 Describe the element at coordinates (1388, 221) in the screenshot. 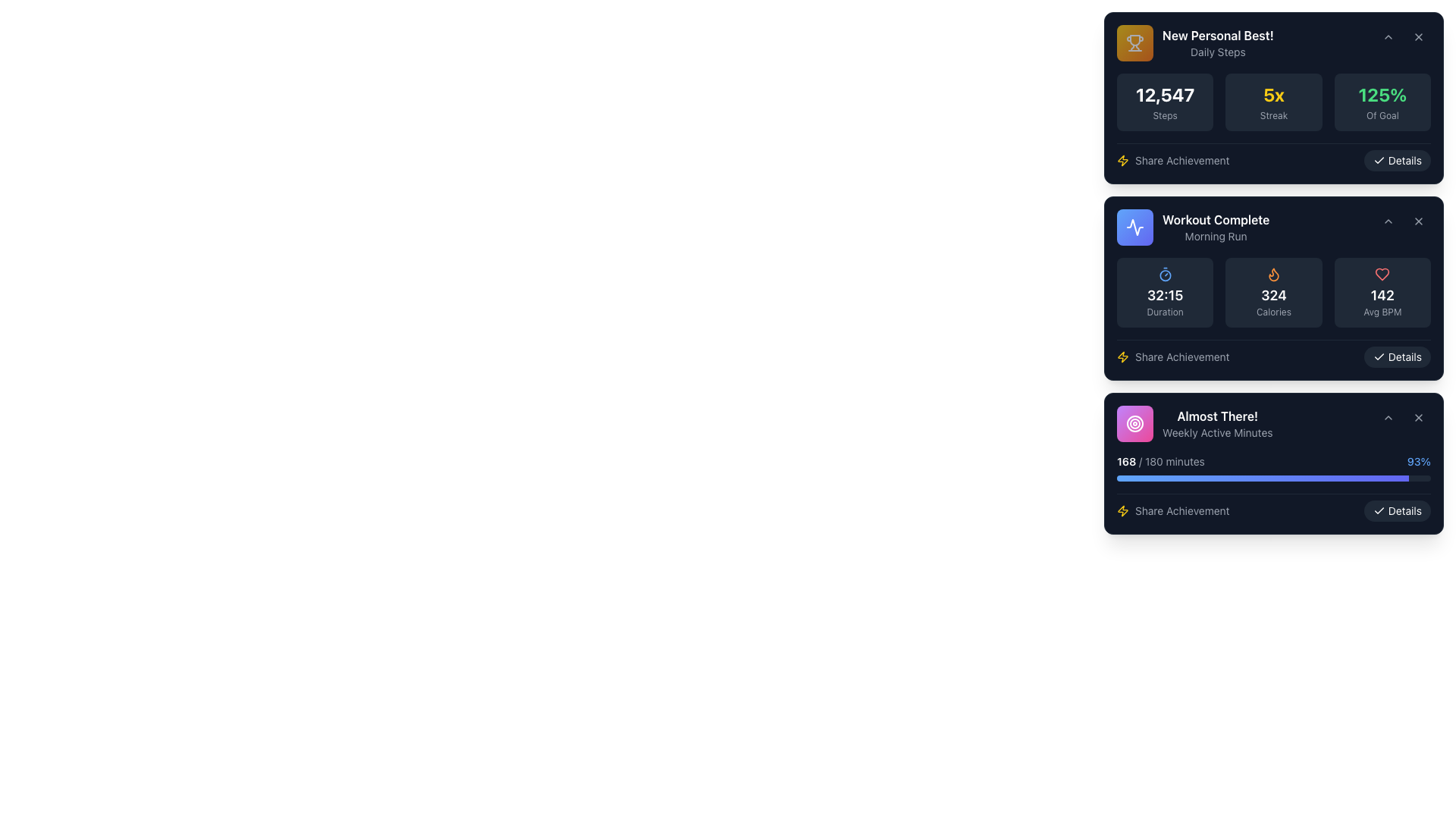

I see `the chevron icon button in the top-right corner of the 'Workout Complete' card` at that location.